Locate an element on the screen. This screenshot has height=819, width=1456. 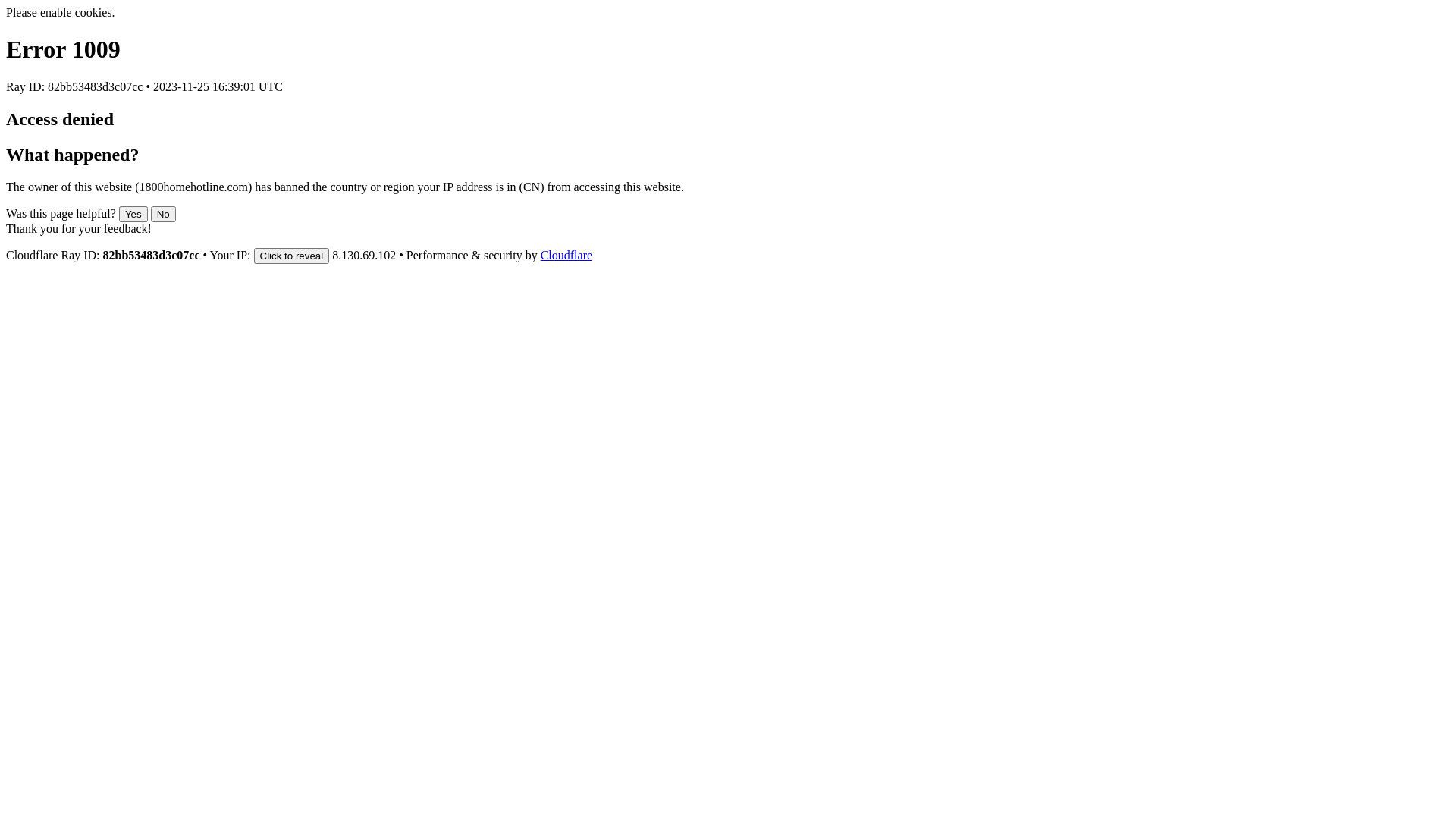
'Click to reveal' is located at coordinates (291, 255).